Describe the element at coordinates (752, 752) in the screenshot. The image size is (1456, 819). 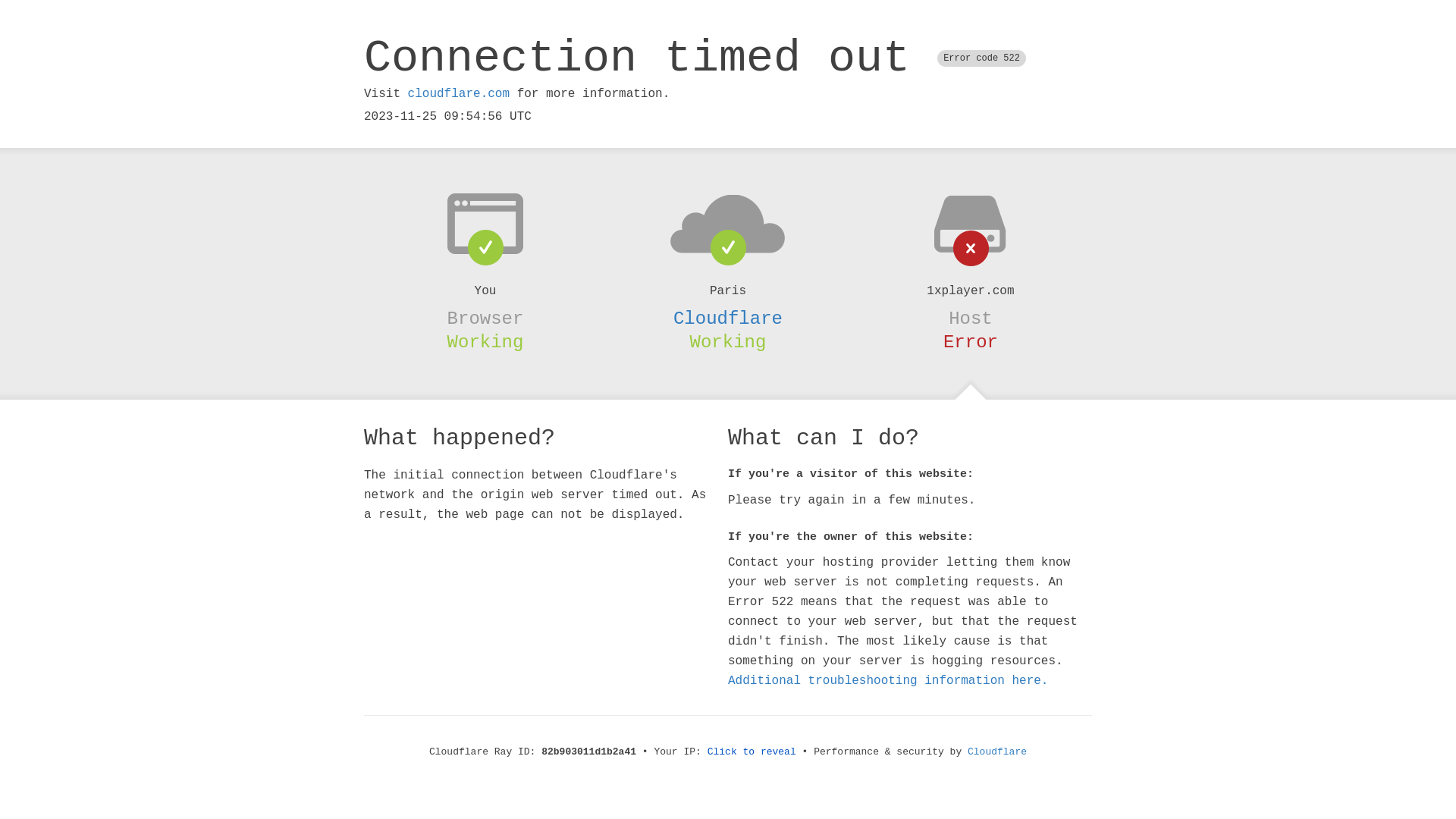
I see `'Click to reveal'` at that location.